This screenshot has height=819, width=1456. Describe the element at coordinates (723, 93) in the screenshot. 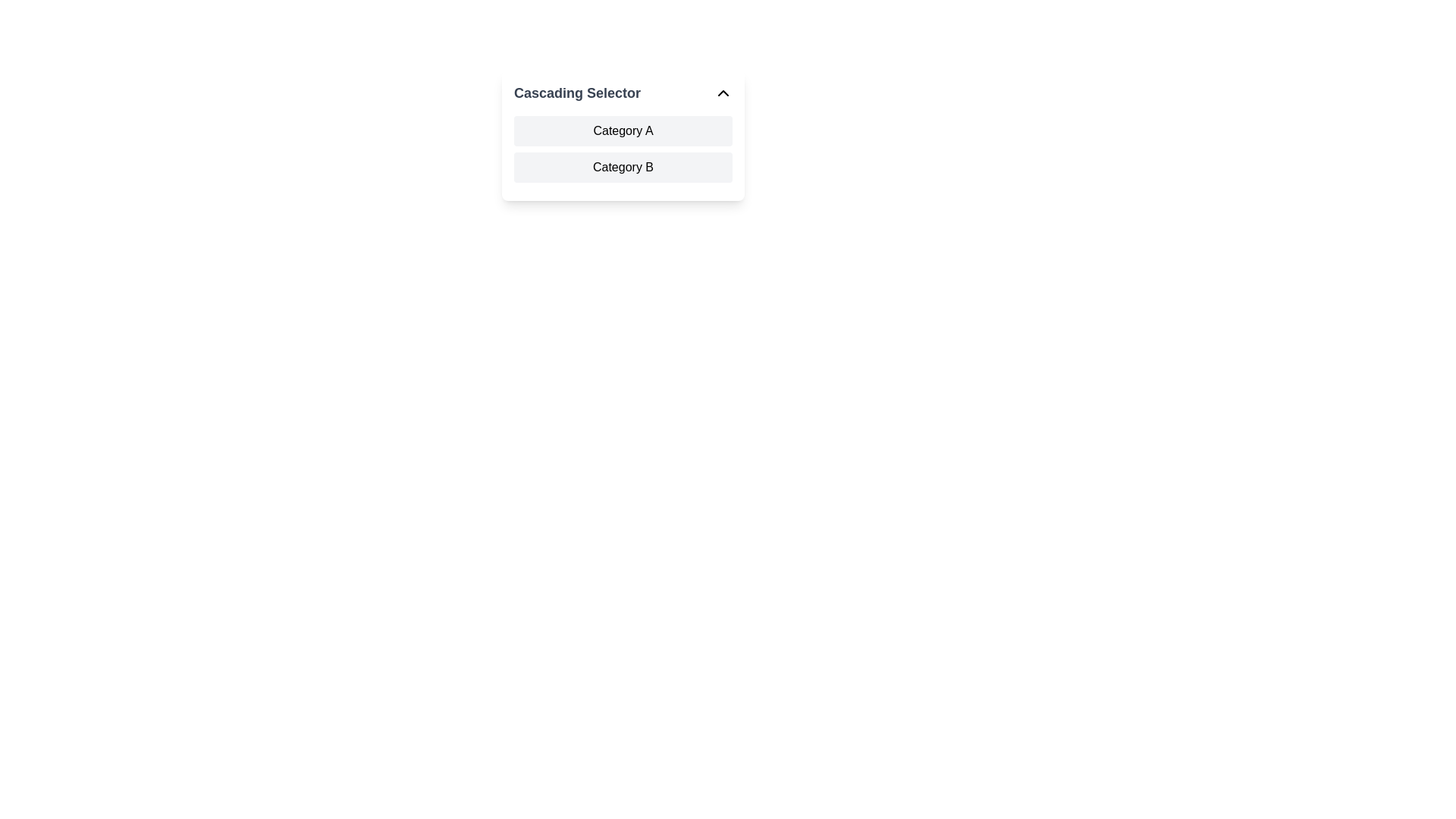

I see `the toggle indicator icon located at the far right end of the 'Cascading Selector' header to potentially reveal the dropdown menu` at that location.